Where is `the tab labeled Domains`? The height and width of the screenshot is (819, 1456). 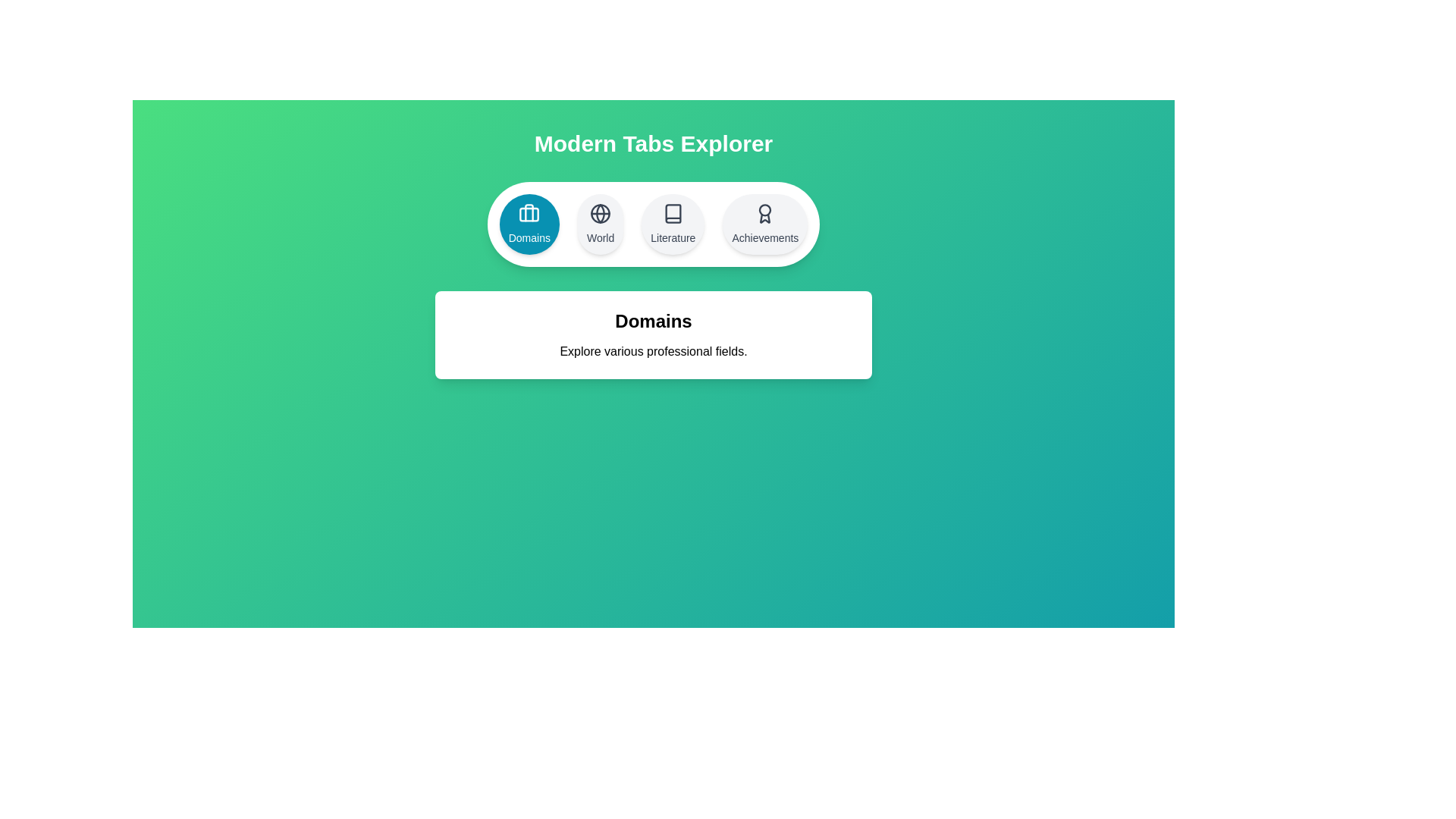
the tab labeled Domains is located at coordinates (529, 224).